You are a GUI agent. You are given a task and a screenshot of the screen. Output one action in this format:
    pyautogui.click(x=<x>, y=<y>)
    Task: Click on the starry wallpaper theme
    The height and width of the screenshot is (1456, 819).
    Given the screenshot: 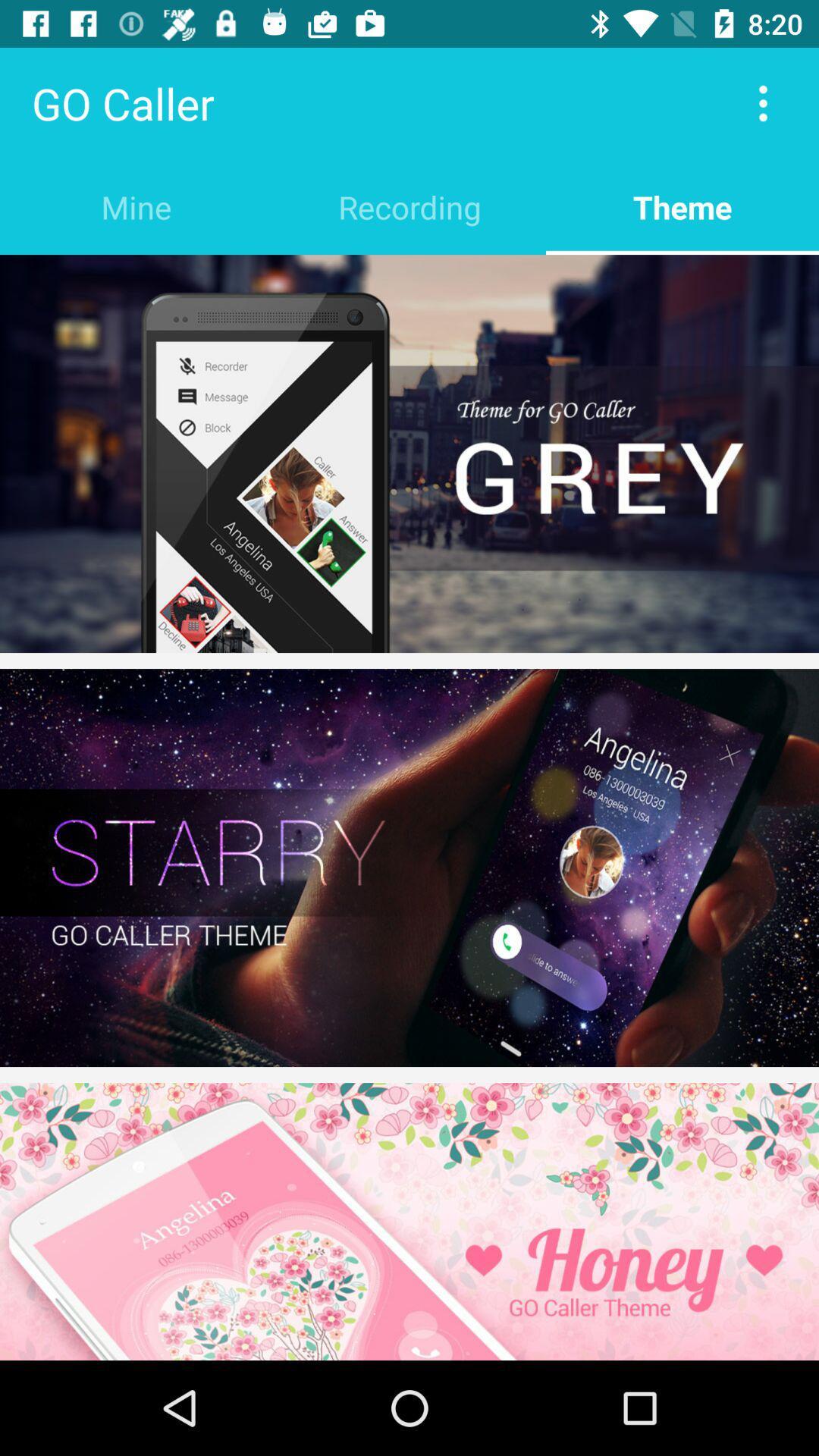 What is the action you would take?
    pyautogui.click(x=409, y=868)
    